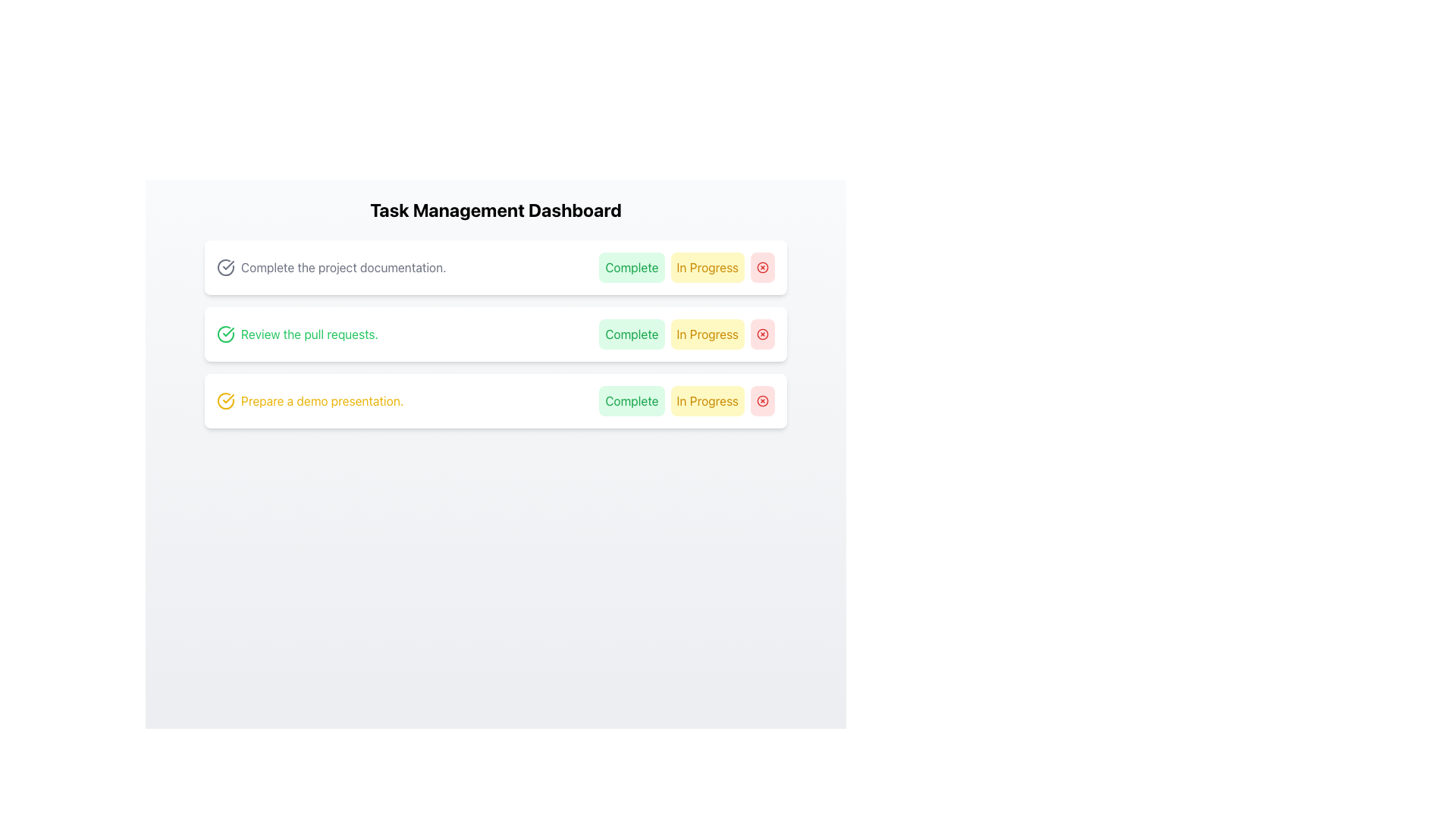 The height and width of the screenshot is (819, 1456). Describe the element at coordinates (707, 267) in the screenshot. I see `the 'In Progress' status button, which is the second button in a horizontal list` at that location.